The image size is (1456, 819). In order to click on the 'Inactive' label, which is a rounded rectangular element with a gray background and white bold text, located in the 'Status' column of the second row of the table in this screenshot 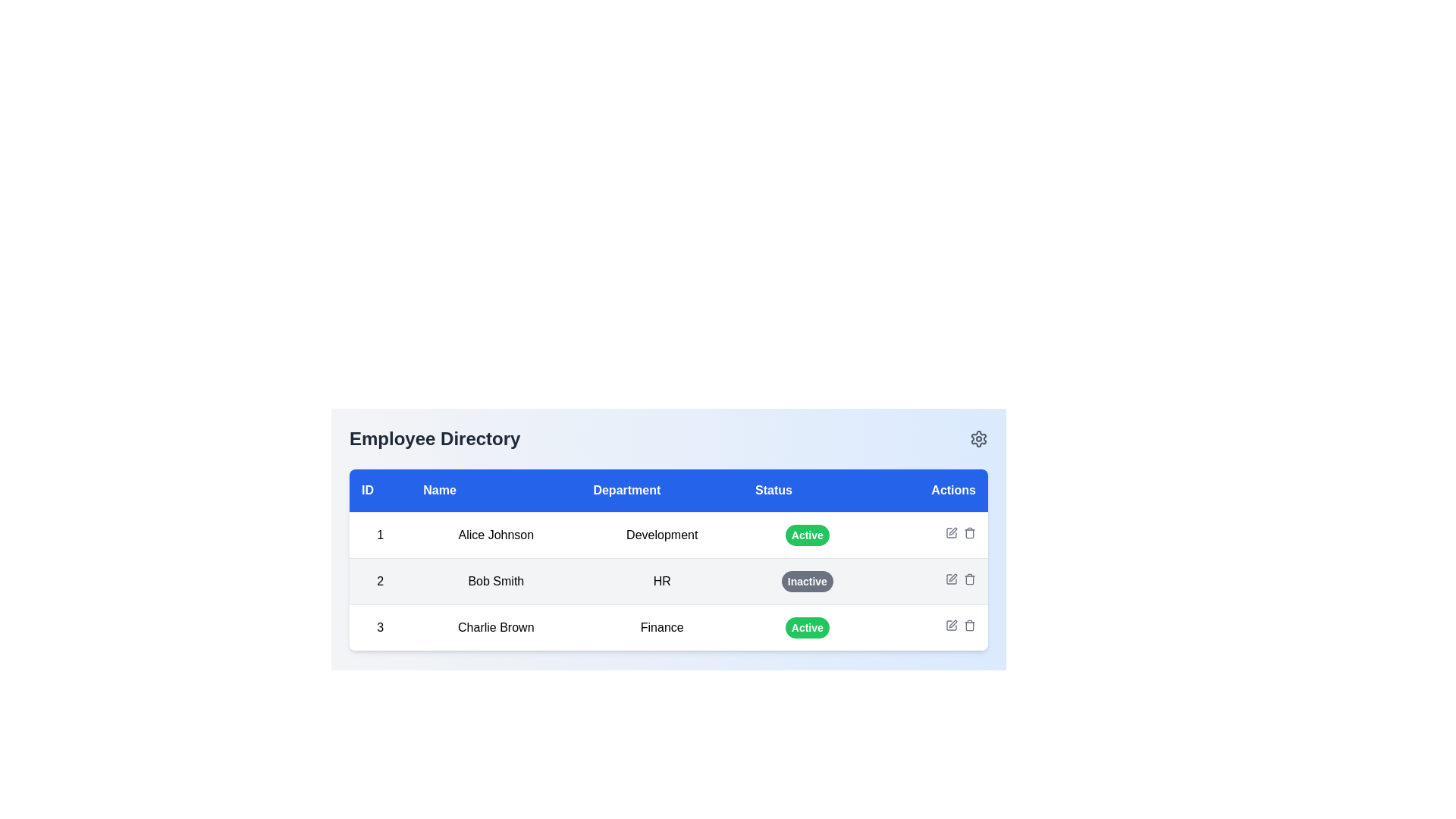, I will do `click(806, 581)`.